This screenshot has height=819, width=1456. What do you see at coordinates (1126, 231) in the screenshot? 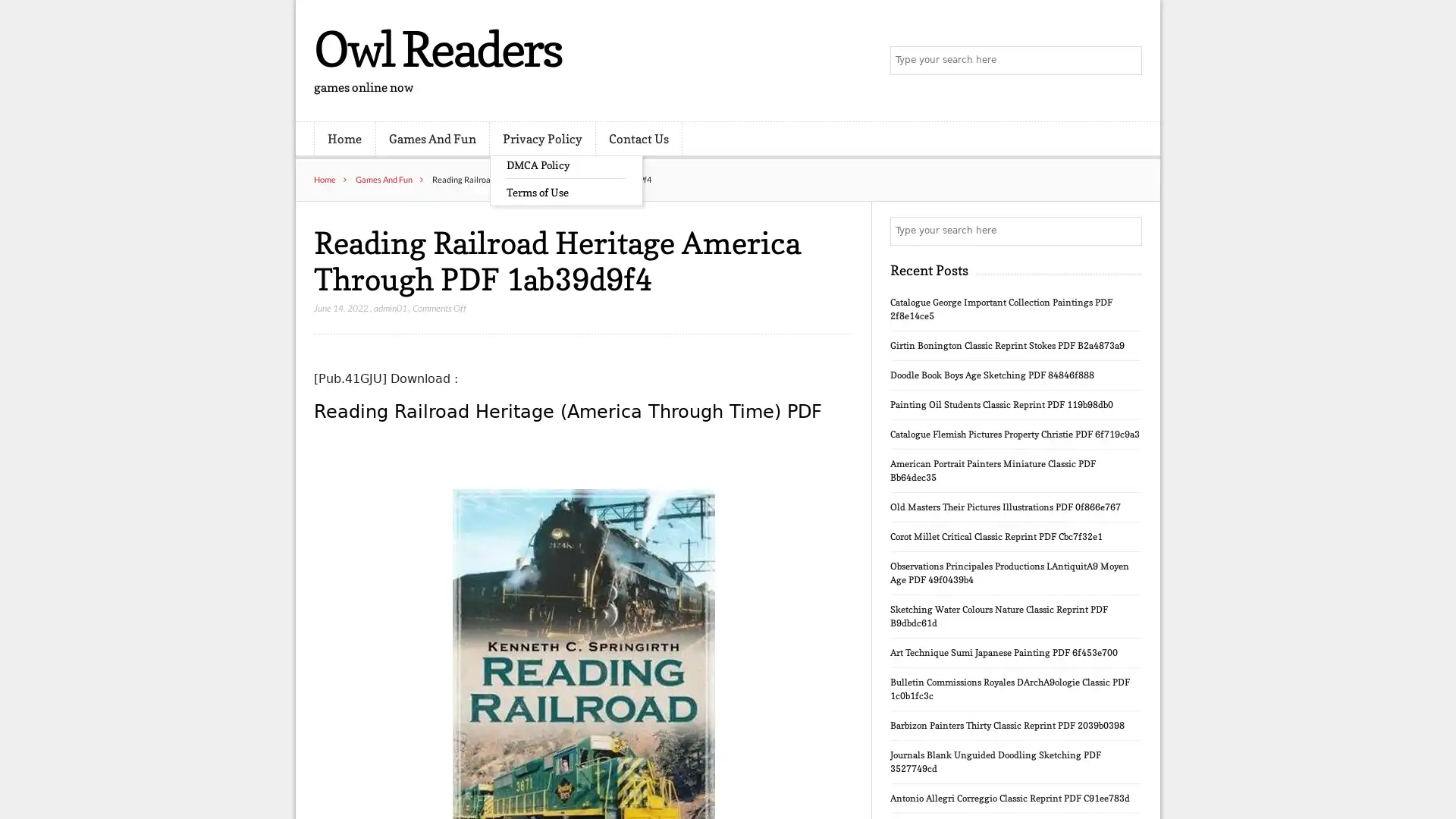
I see `Search` at bounding box center [1126, 231].